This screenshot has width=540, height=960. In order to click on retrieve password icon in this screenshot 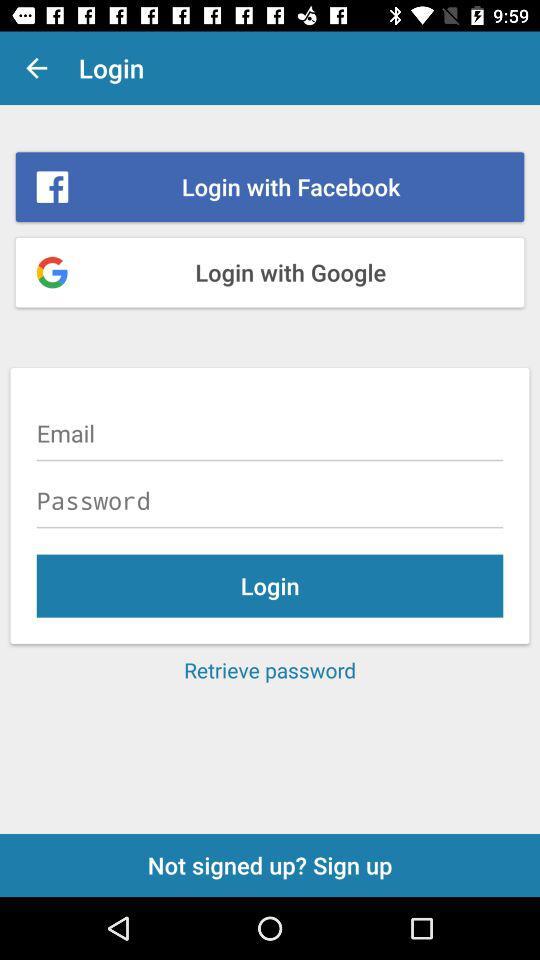, I will do `click(270, 670)`.